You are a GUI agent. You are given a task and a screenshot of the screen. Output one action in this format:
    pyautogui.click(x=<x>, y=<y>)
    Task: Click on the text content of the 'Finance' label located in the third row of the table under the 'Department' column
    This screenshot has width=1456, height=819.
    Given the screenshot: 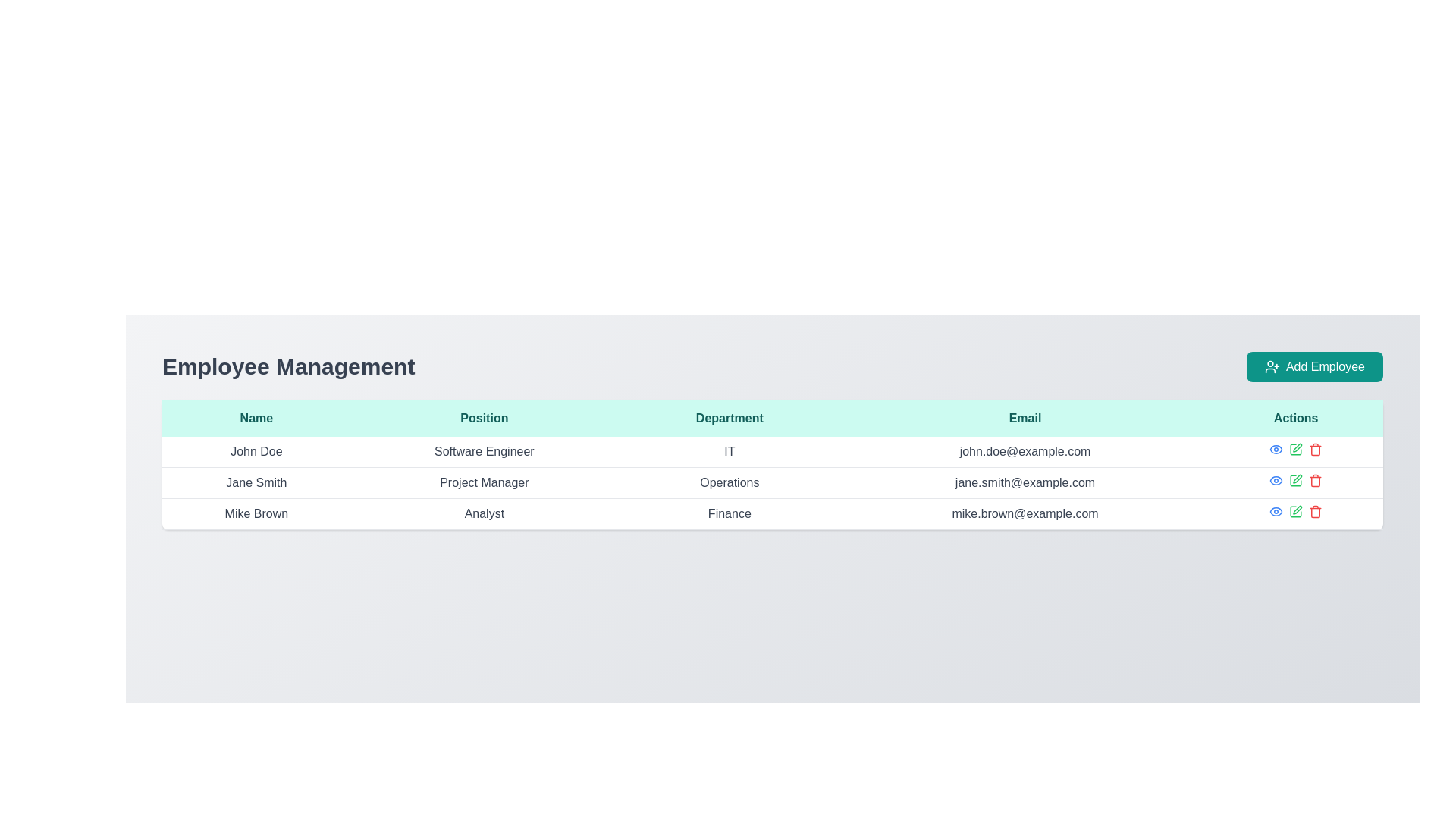 What is the action you would take?
    pyautogui.click(x=730, y=513)
    